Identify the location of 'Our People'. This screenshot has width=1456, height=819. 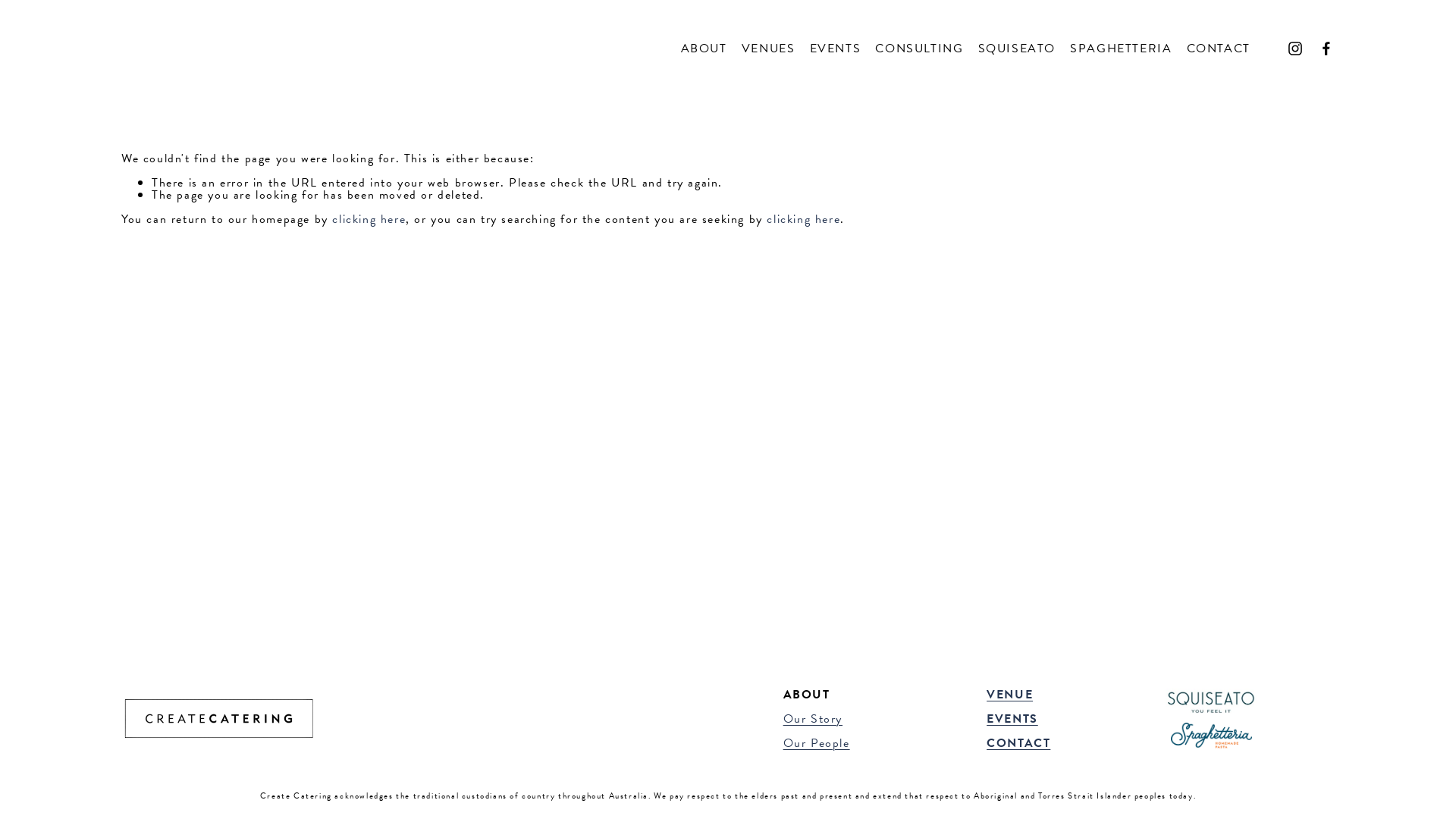
(815, 742).